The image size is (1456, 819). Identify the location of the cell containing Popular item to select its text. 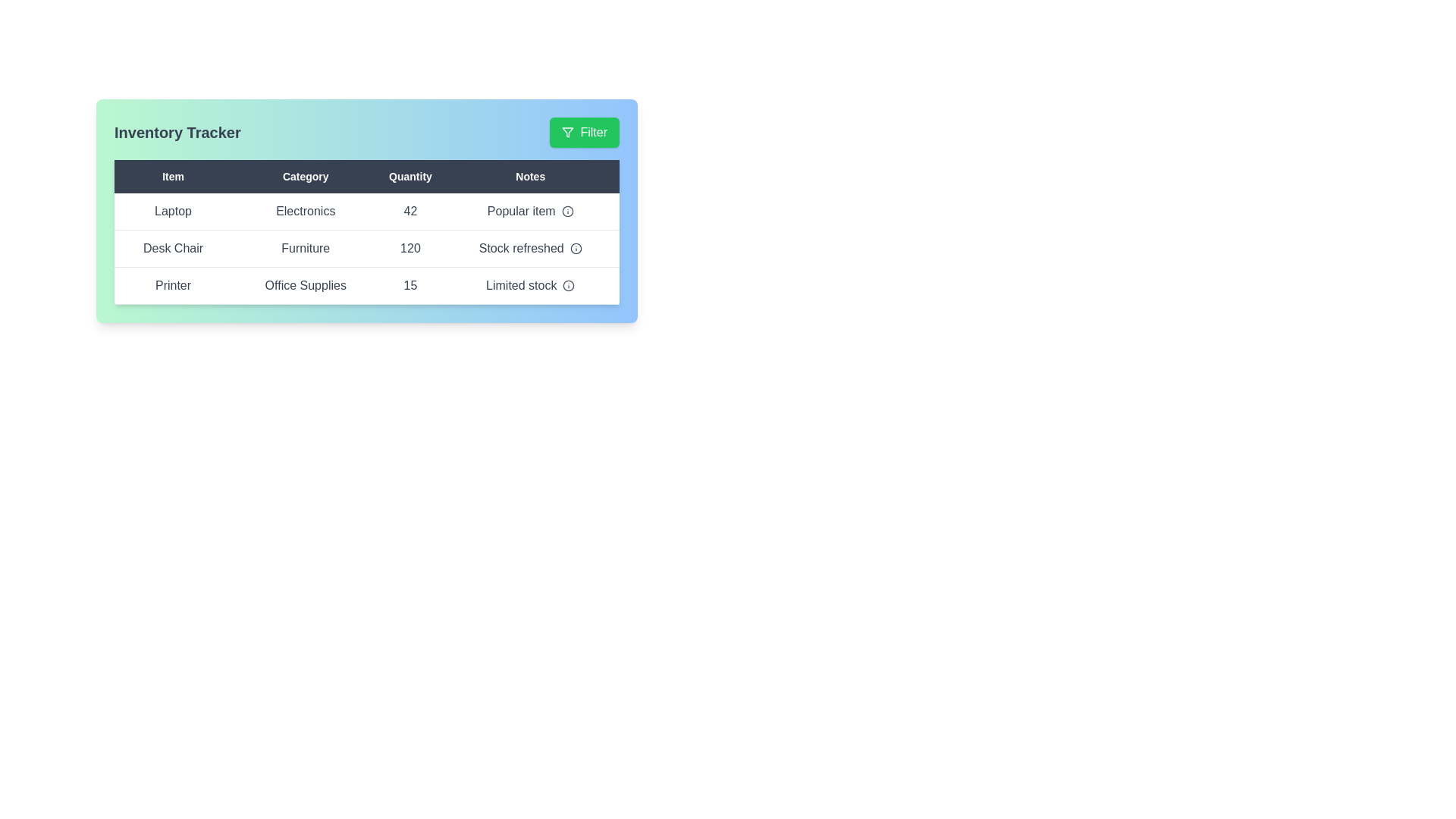
(530, 211).